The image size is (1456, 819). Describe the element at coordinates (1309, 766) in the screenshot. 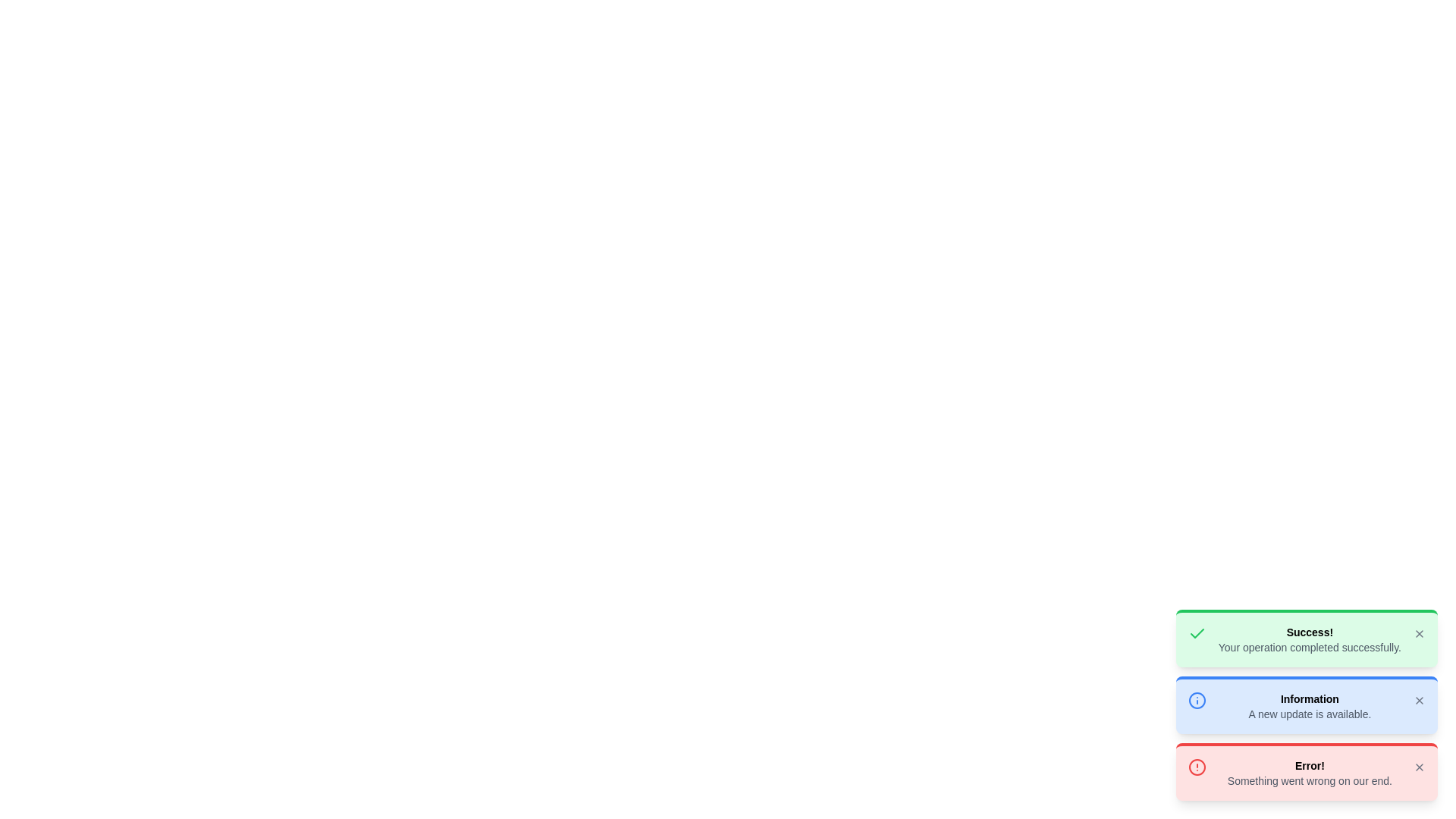

I see `the text label 'Error!' which is displayed in black, bold font on a light red background within the bottom-most notification card` at that location.